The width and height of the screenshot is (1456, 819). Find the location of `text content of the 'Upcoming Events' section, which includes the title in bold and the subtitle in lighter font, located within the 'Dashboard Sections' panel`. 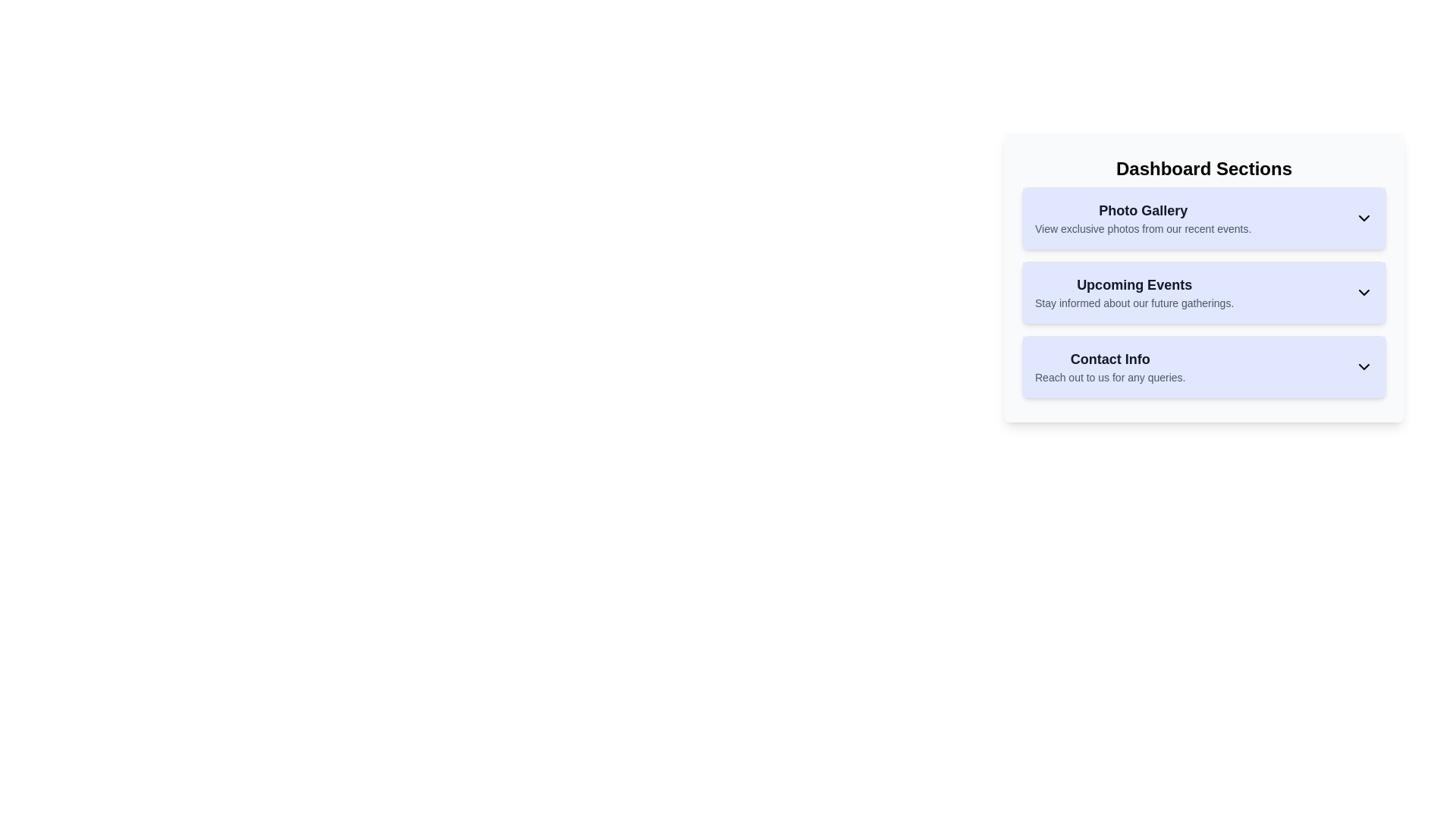

text content of the 'Upcoming Events' section, which includes the title in bold and the subtitle in lighter font, located within the 'Dashboard Sections' panel is located at coordinates (1134, 292).